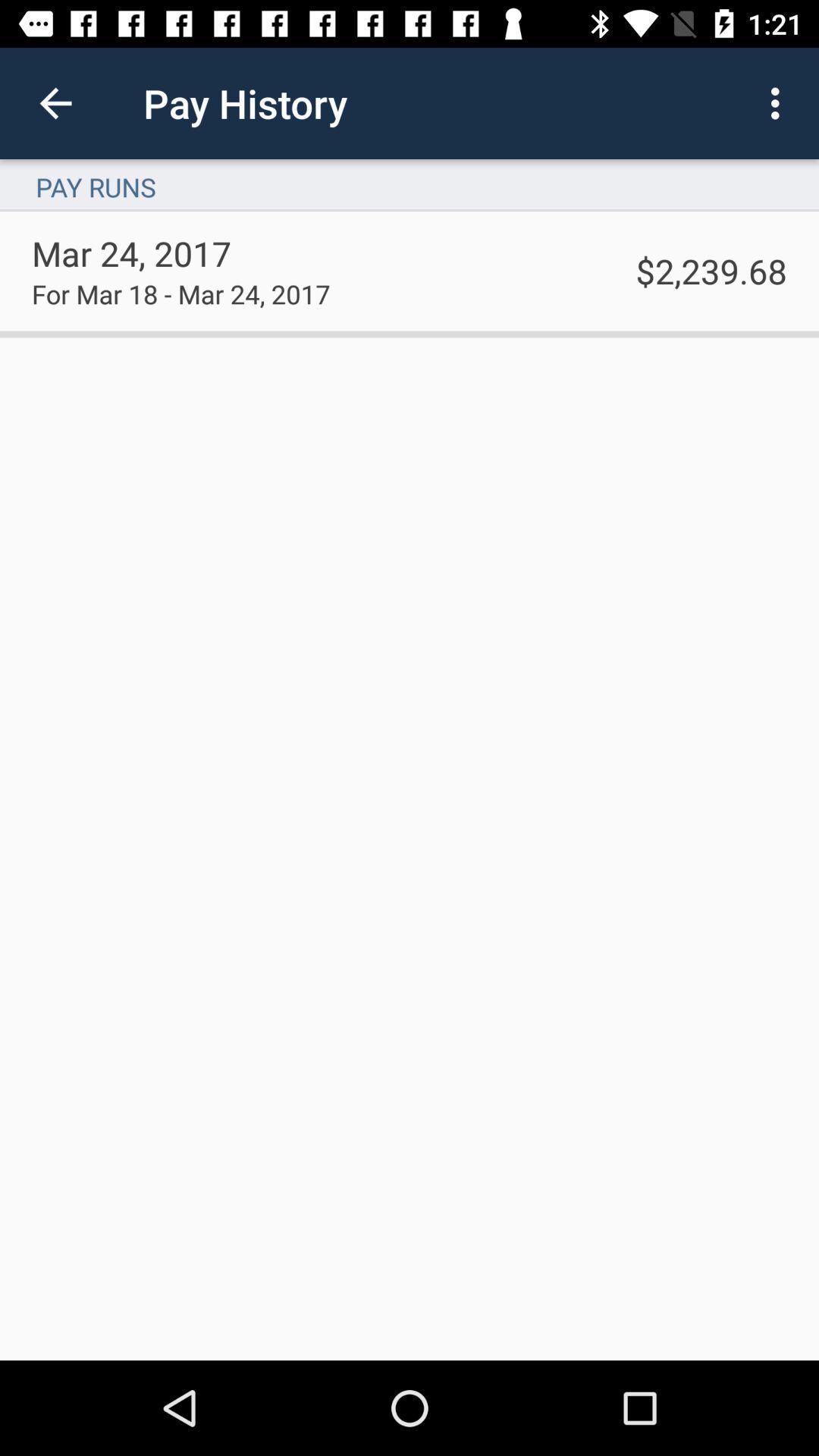 This screenshot has width=819, height=1456. I want to click on $2,239.68 icon, so click(711, 271).